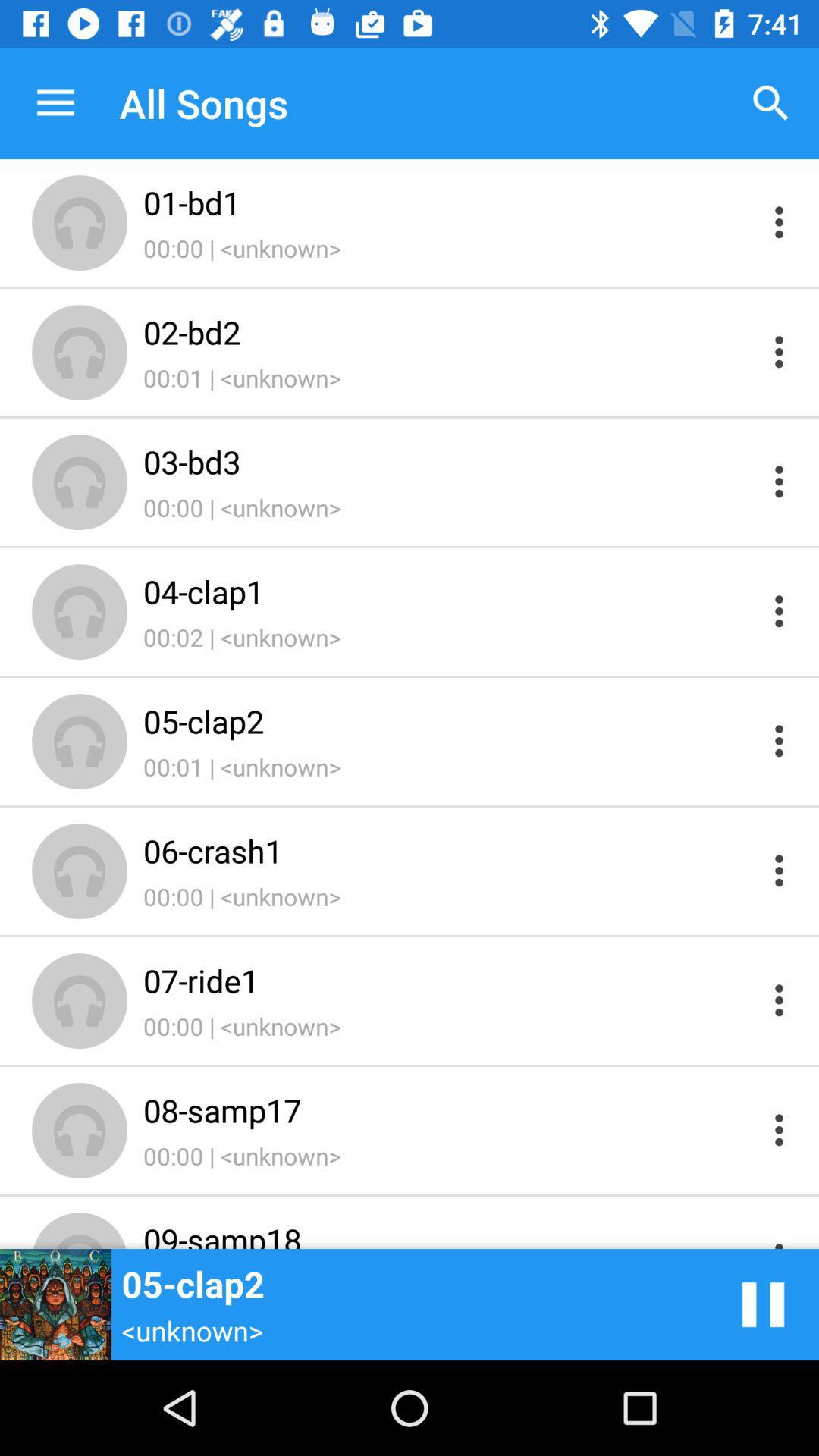  Describe the element at coordinates (779, 741) in the screenshot. I see `open more options` at that location.